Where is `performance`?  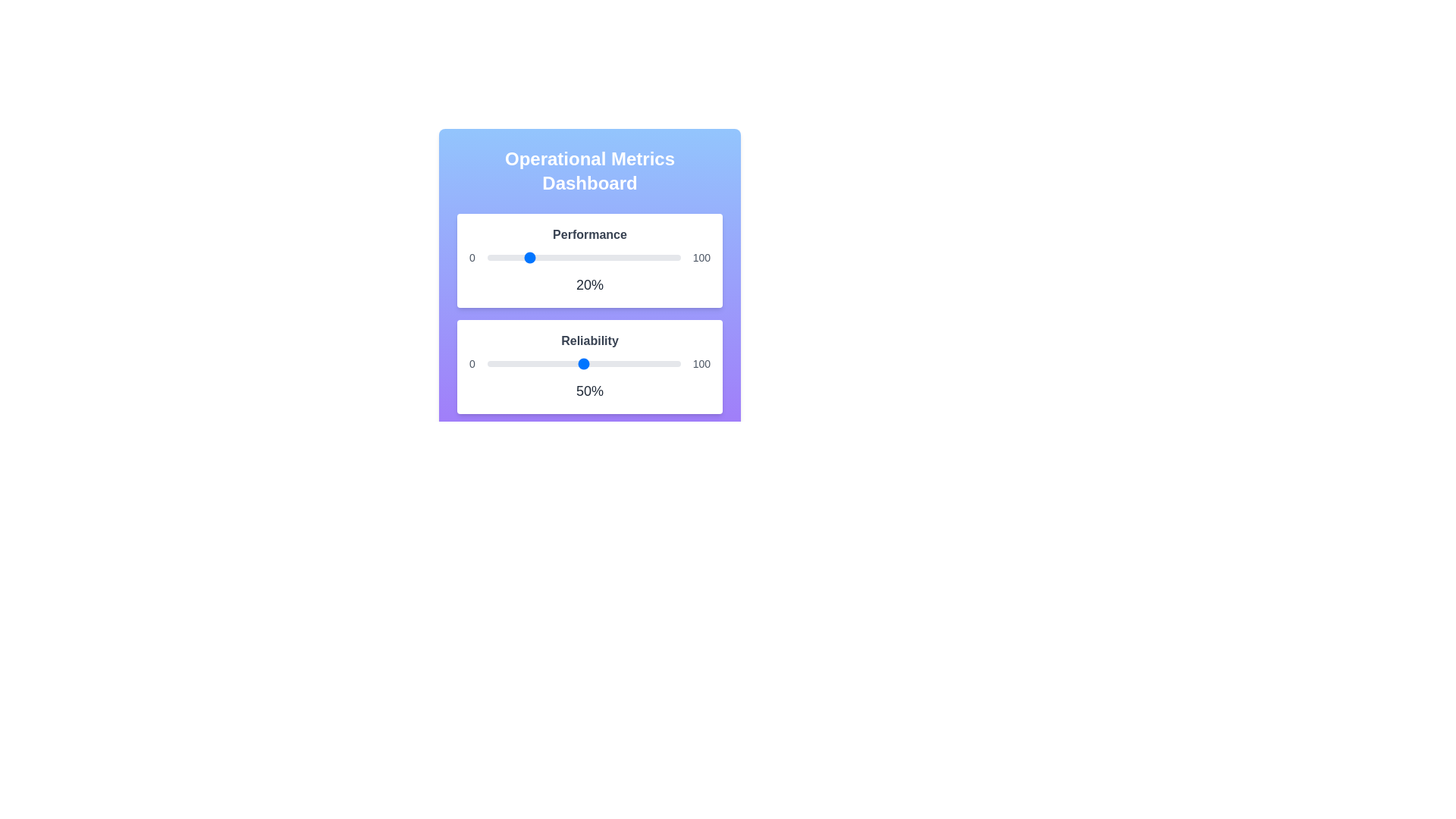
performance is located at coordinates (667, 256).